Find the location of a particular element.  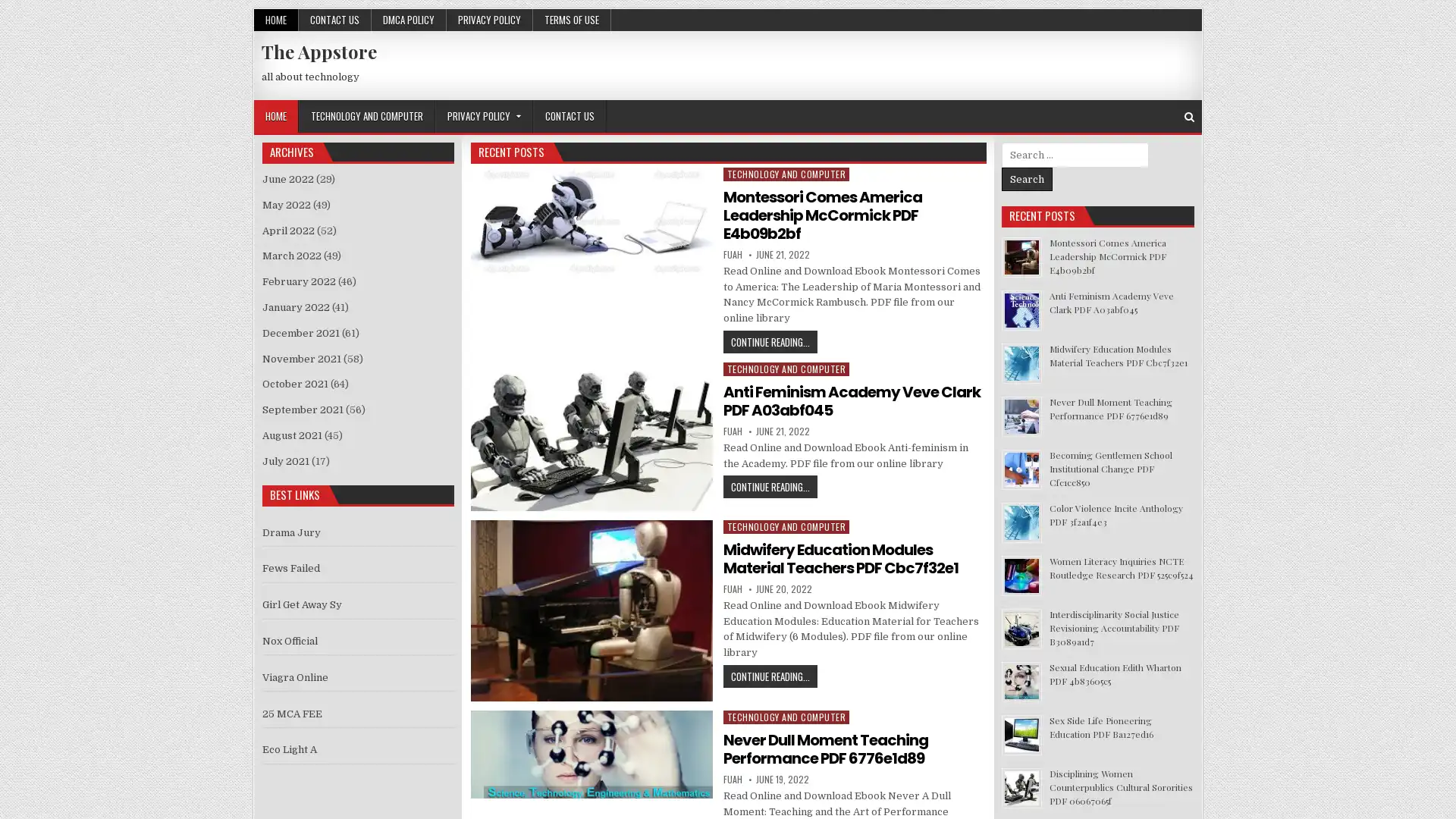

Search is located at coordinates (1027, 178).